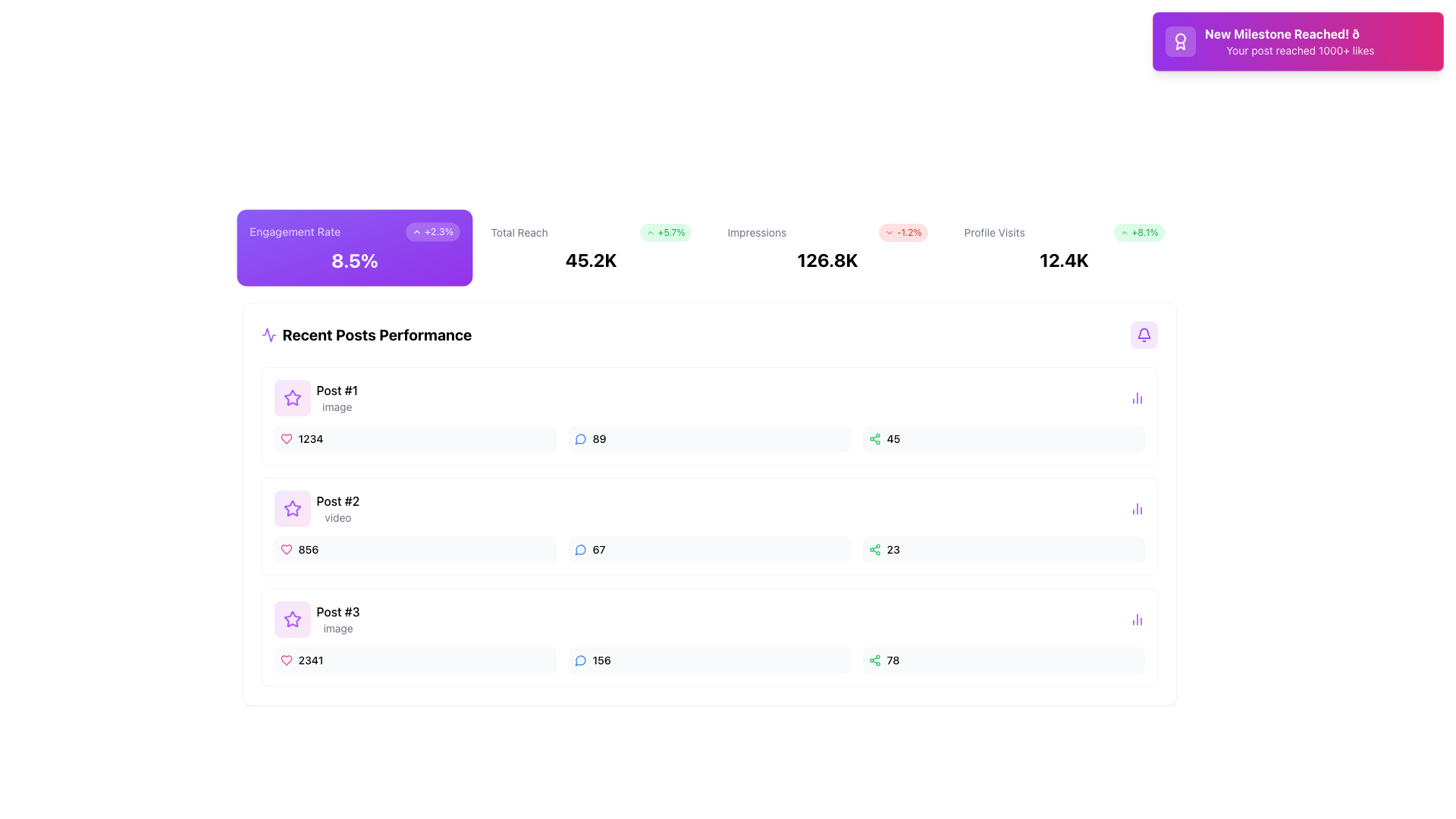  What do you see at coordinates (268, 334) in the screenshot?
I see `the activity icon located at the top-right section of the 'Recent Posts Performance' panel, which serves as an indicator or decoration in the UI` at bounding box center [268, 334].